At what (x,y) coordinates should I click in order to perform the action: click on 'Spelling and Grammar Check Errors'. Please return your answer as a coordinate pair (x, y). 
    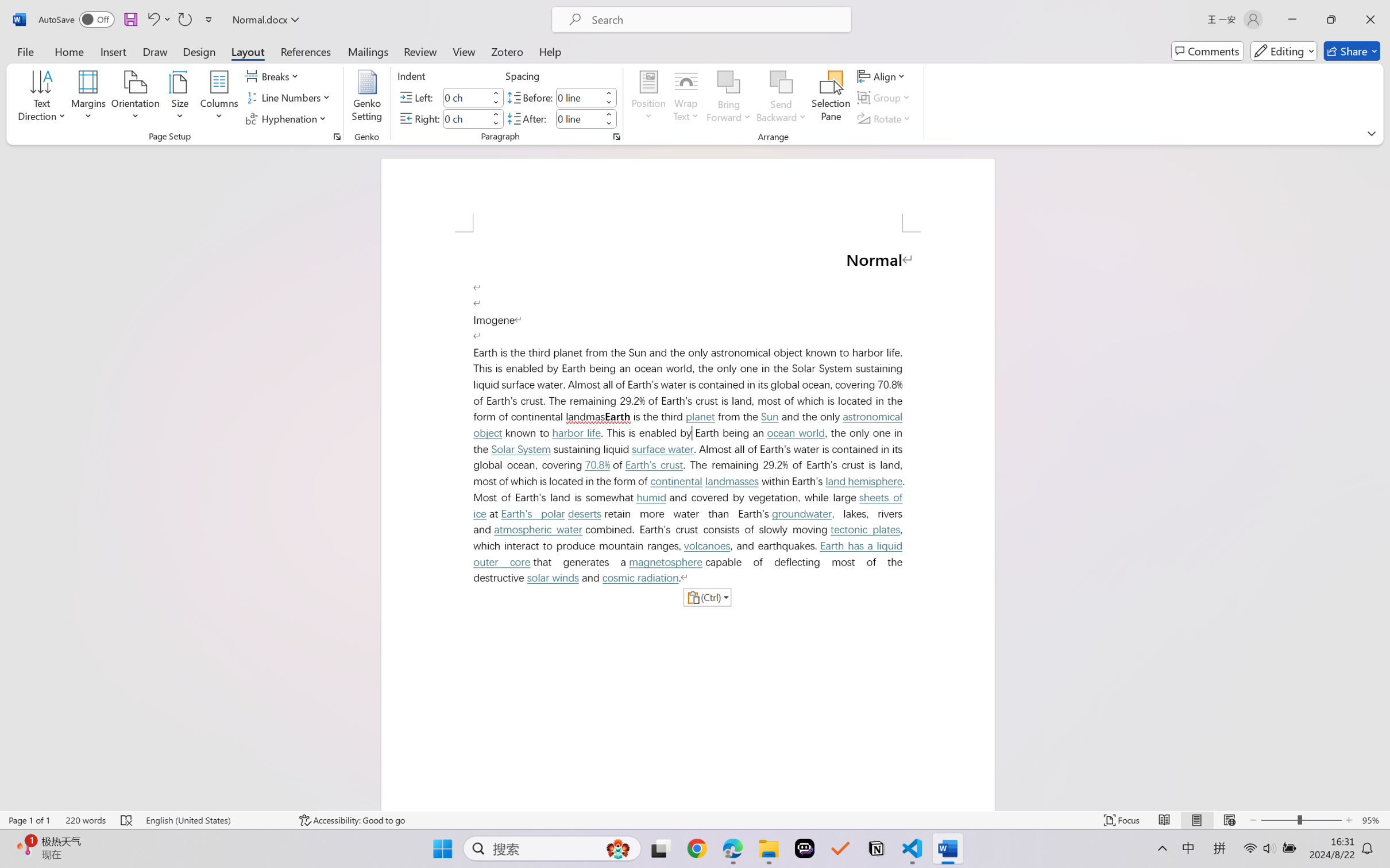
    Looking at the image, I should click on (126, 820).